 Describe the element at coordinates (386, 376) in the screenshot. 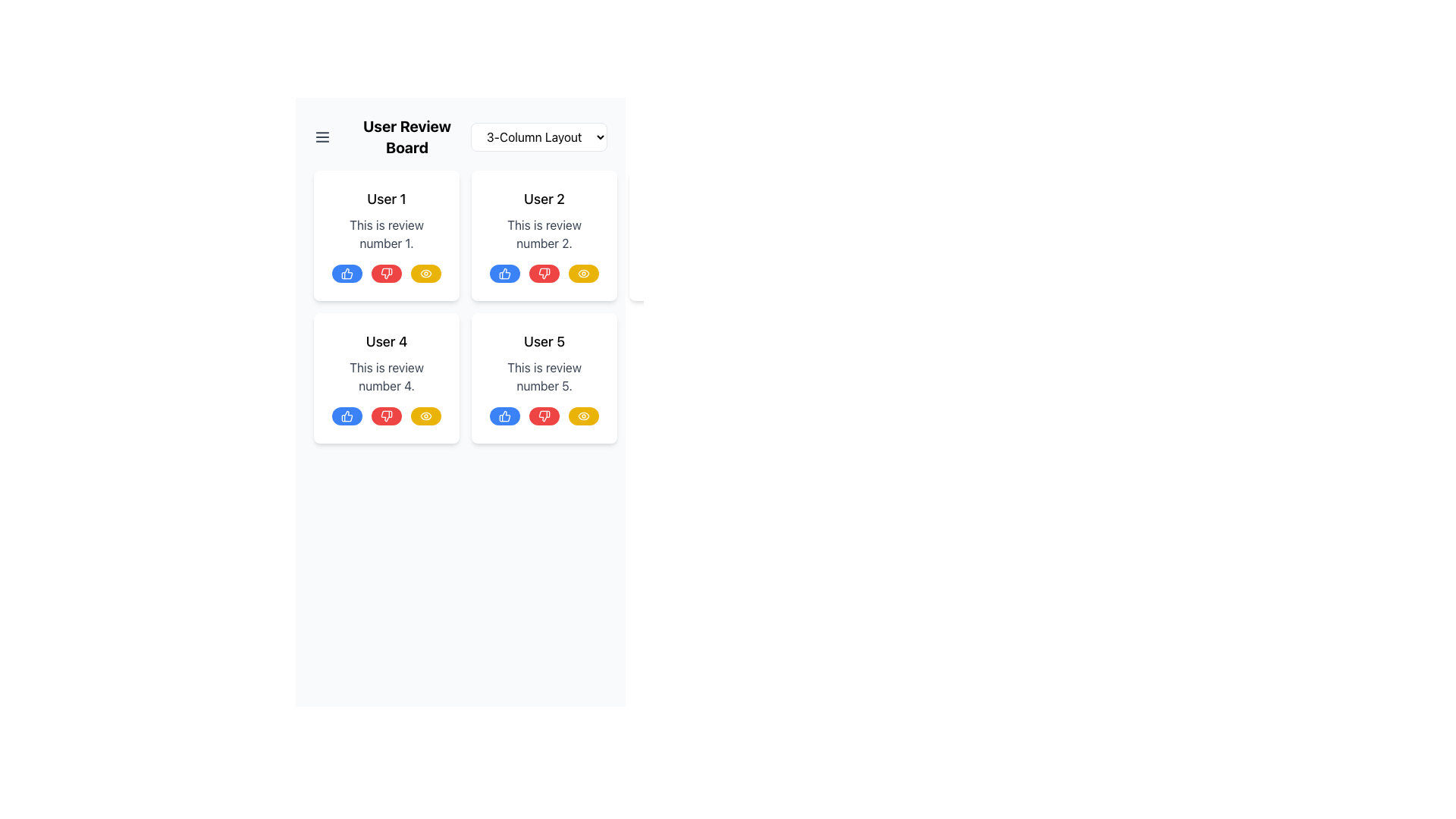

I see `the text label displaying 'This is review number 4.' located in the 'User 4' card, positioned under the 'User 4' title` at that location.